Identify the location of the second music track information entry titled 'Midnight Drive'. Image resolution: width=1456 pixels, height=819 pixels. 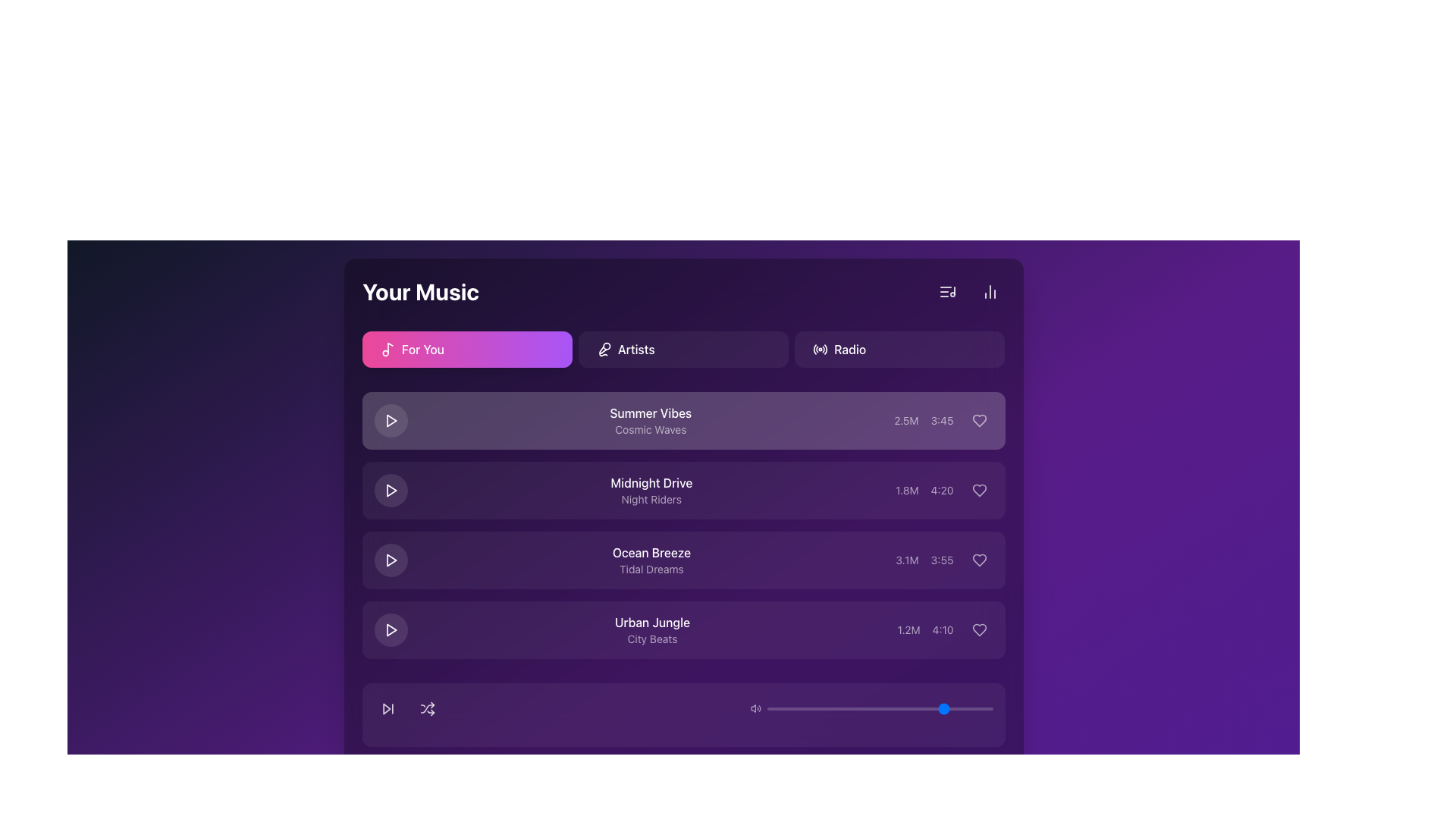
(682, 491).